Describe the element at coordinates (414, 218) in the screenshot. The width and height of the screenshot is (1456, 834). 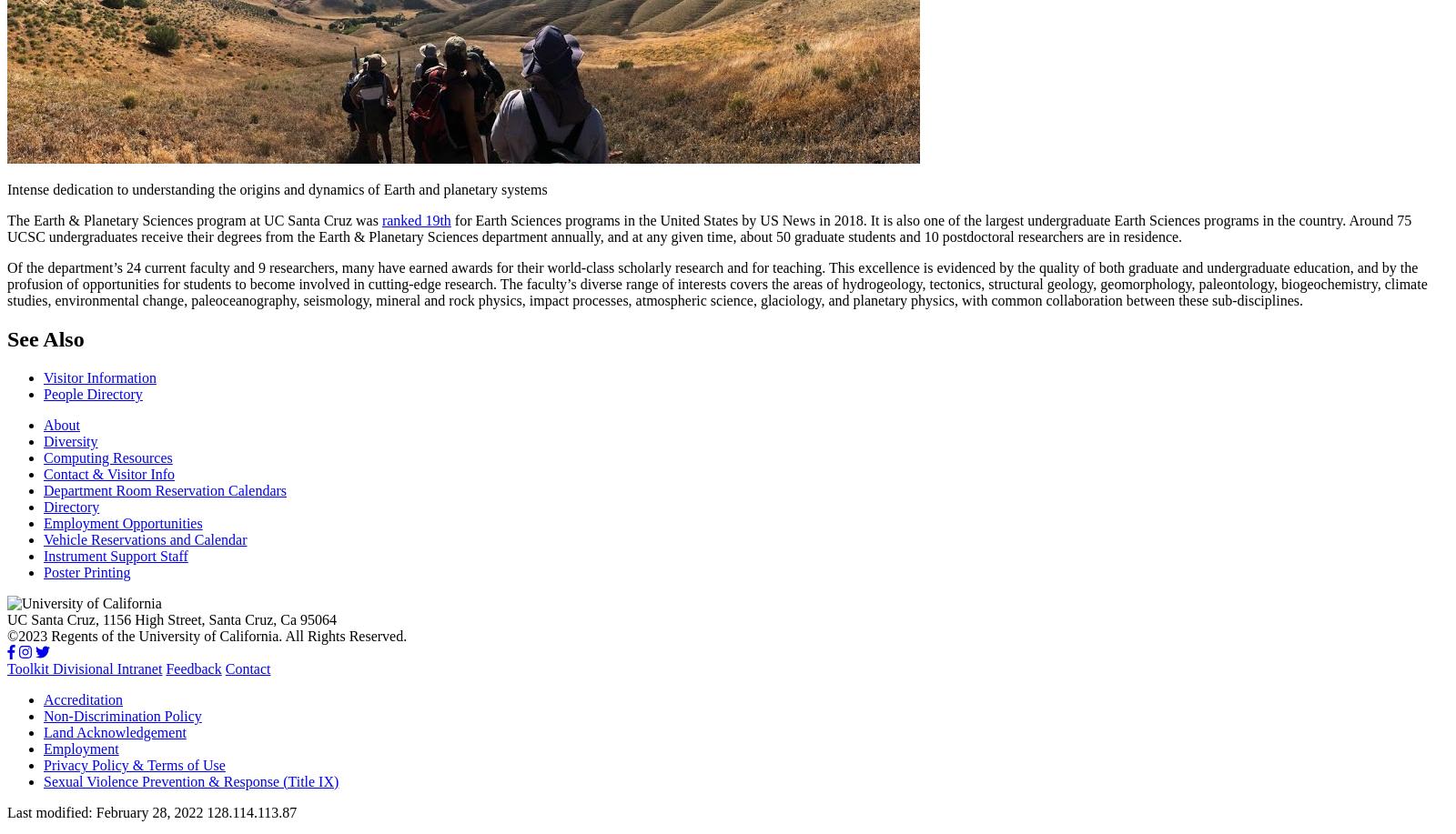
I see `'ranked 19th'` at that location.